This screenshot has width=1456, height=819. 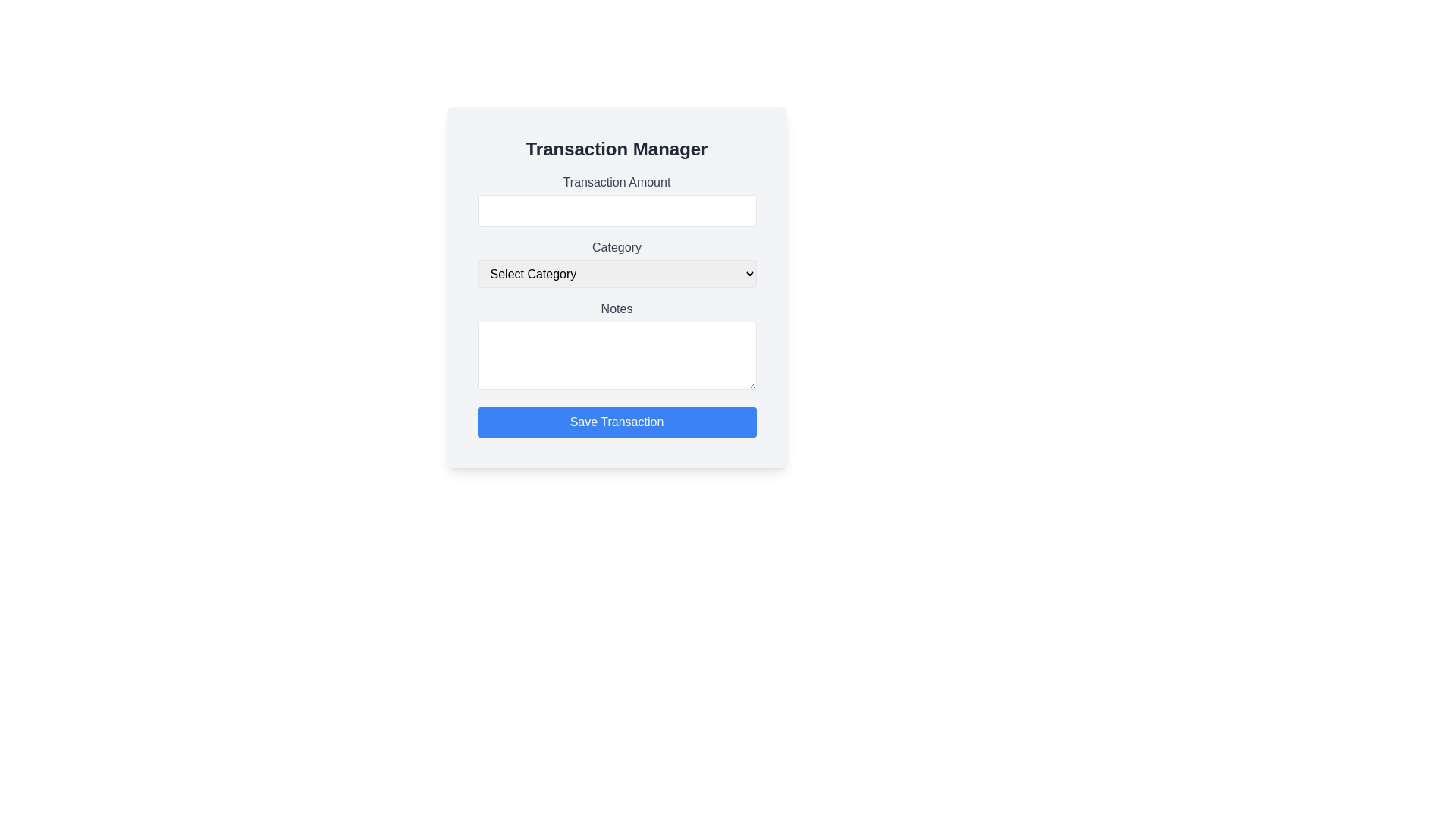 What do you see at coordinates (617, 274) in the screenshot?
I see `the 'Select Category' dropdown menu` at bounding box center [617, 274].